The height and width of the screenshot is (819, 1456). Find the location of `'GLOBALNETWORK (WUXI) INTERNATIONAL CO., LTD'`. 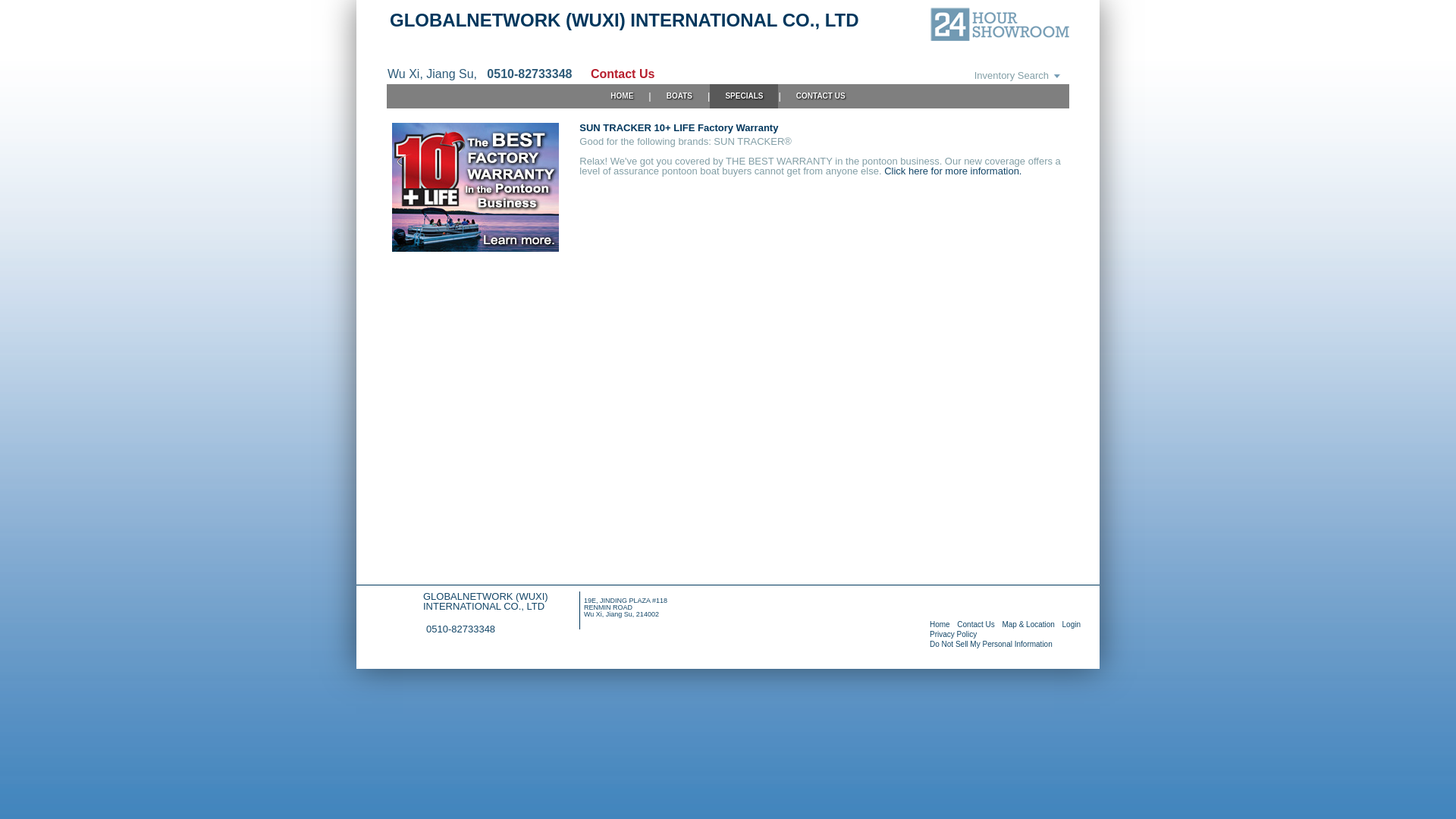

'GLOBALNETWORK (WUXI) INTERNATIONAL CO., LTD' is located at coordinates (624, 20).